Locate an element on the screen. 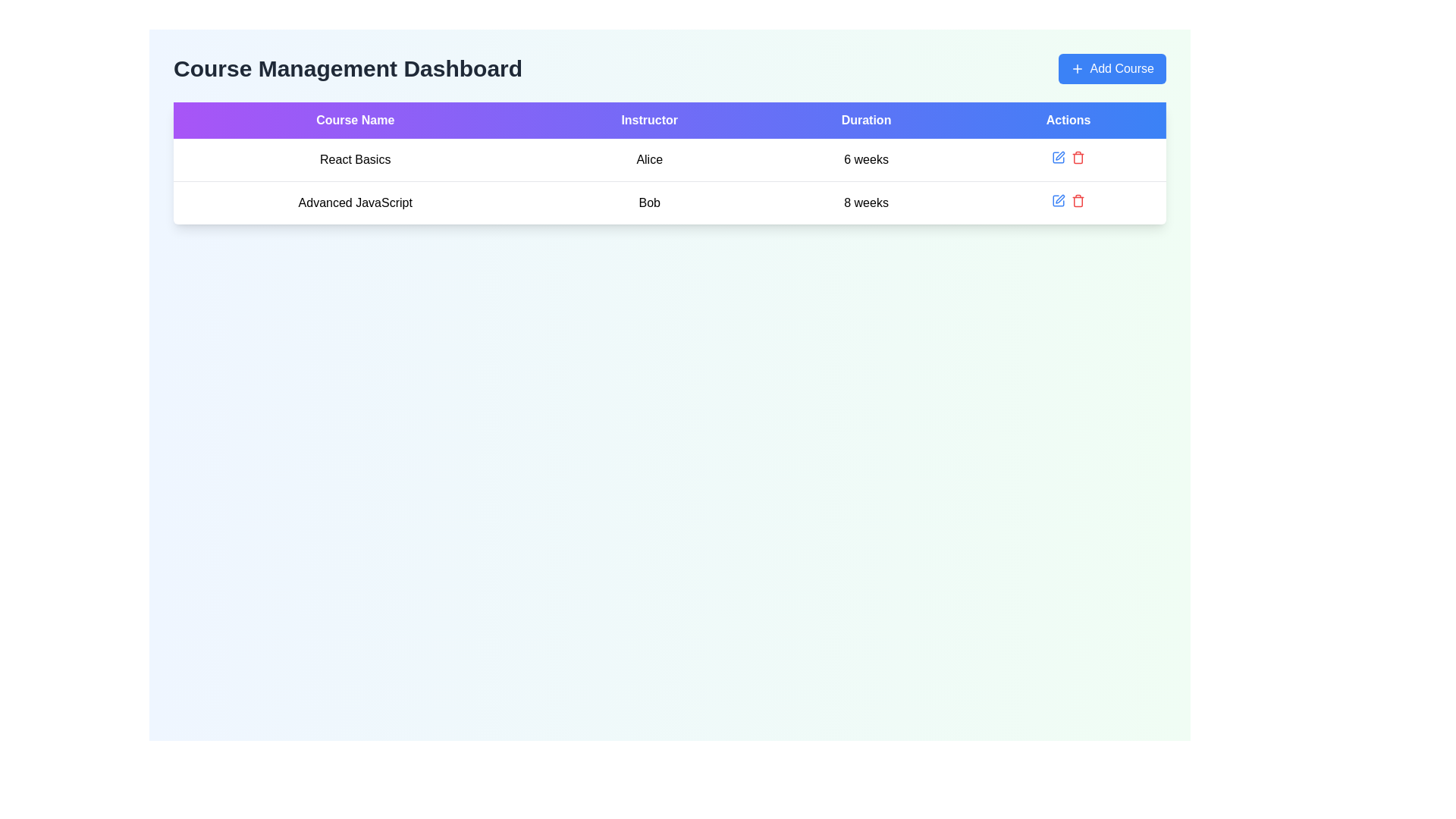 Image resolution: width=1456 pixels, height=819 pixels. the column labels of the table header that organizes course-related data, which includes 'Course Name,' 'Instructor,' 'Duration,' is located at coordinates (669, 119).